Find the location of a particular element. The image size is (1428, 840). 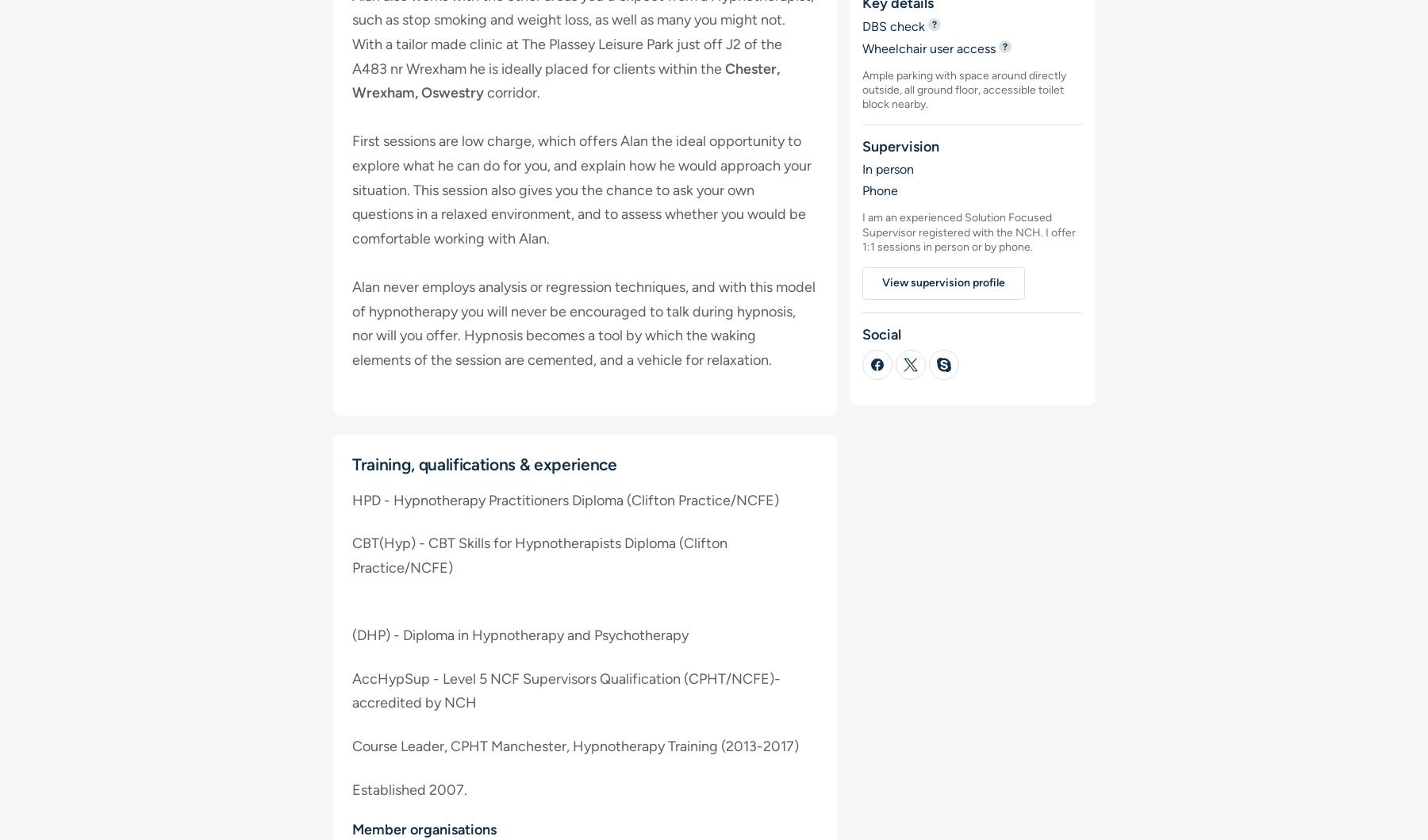

'AccHypSup - Level 5 NCF Supervisors Qualification (CPHT/NCFE)-accredited by NCH' is located at coordinates (566, 690).